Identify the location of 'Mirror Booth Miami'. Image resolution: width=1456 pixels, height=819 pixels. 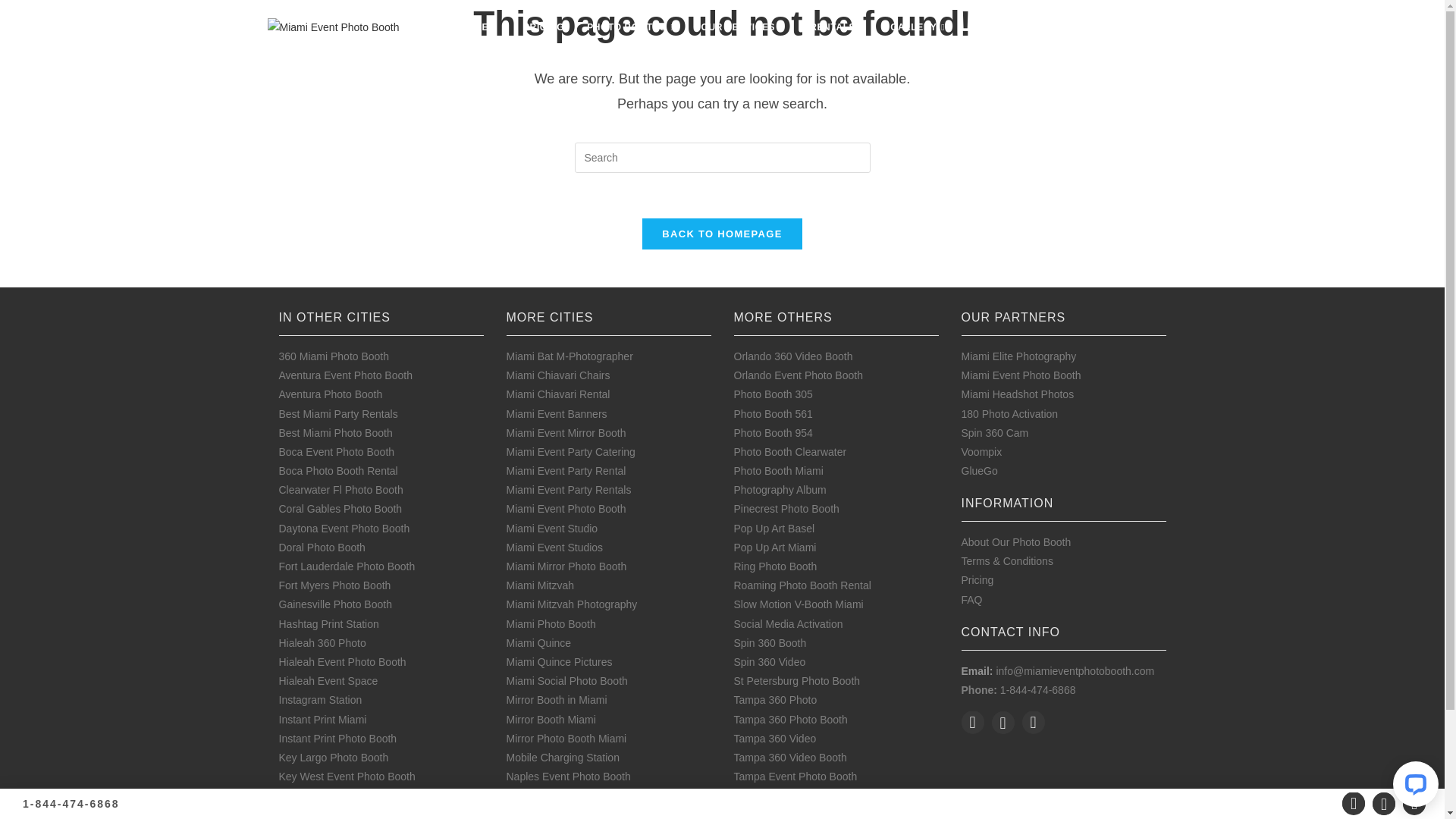
(550, 718).